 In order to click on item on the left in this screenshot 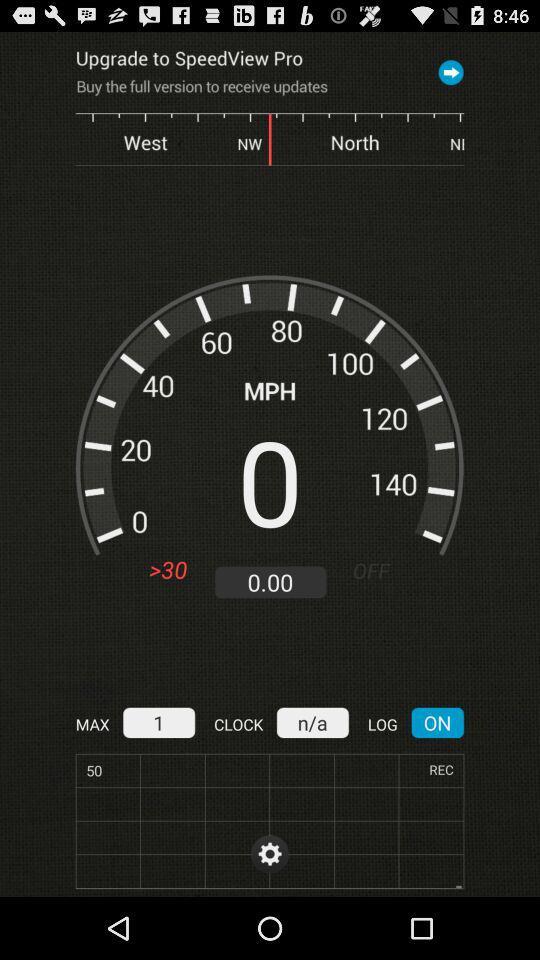, I will do `click(167, 570)`.